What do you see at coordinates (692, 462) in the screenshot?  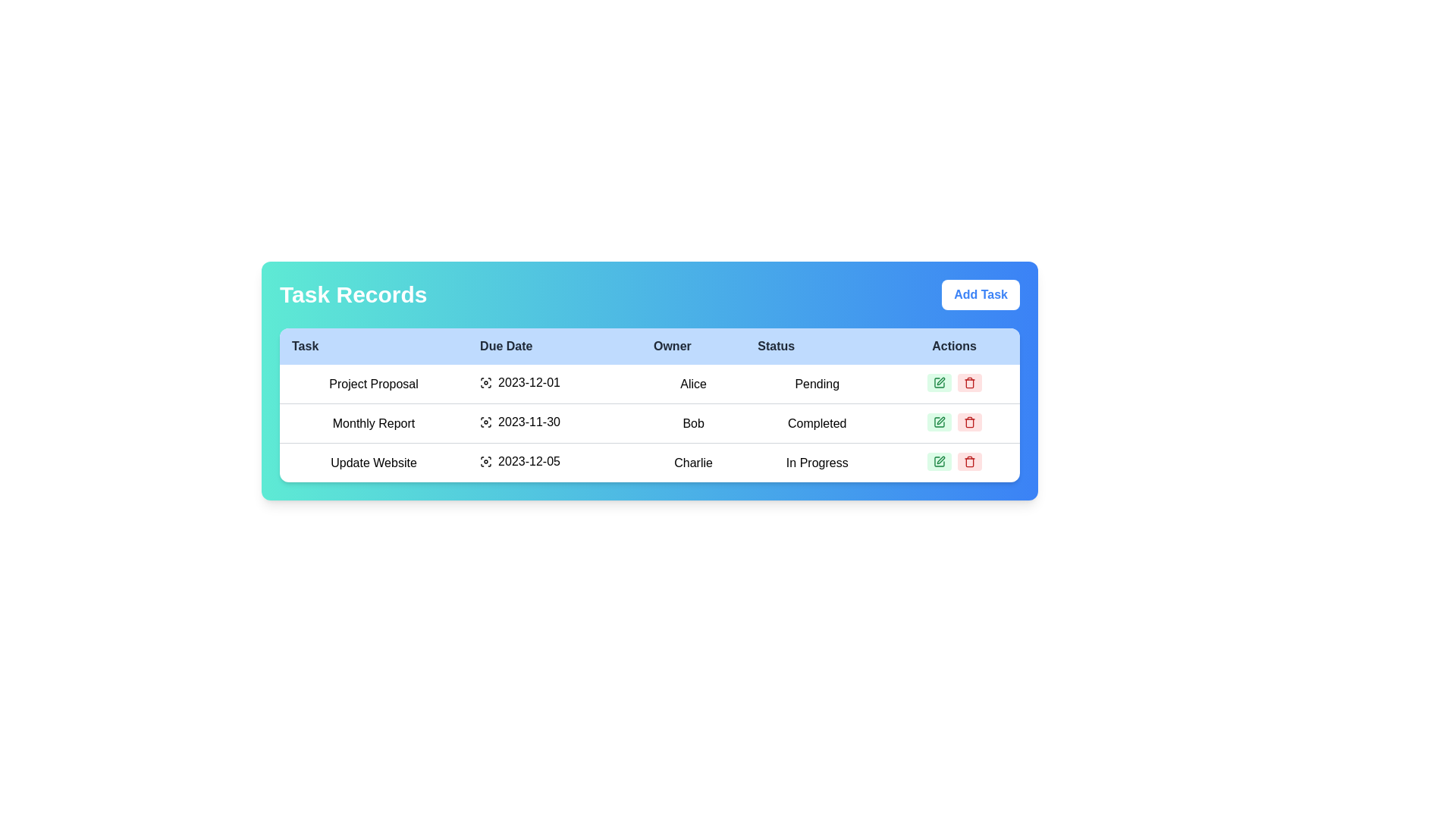 I see `the text label displaying 'Charlie' in the third row of the 'Owner' column of the task table for the task 'Update Website'` at bounding box center [692, 462].